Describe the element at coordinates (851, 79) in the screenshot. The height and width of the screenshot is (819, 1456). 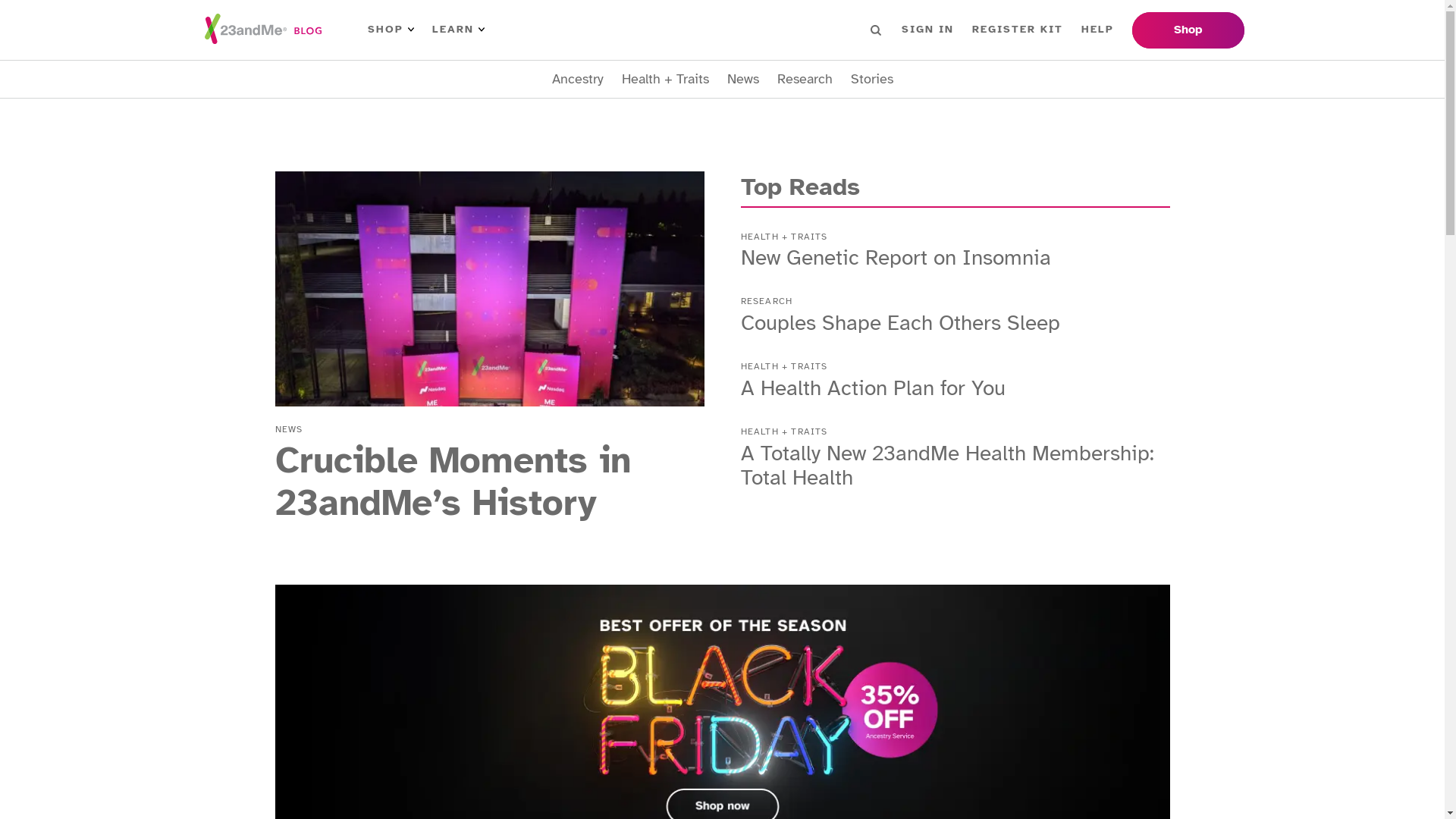
I see `'Stories'` at that location.